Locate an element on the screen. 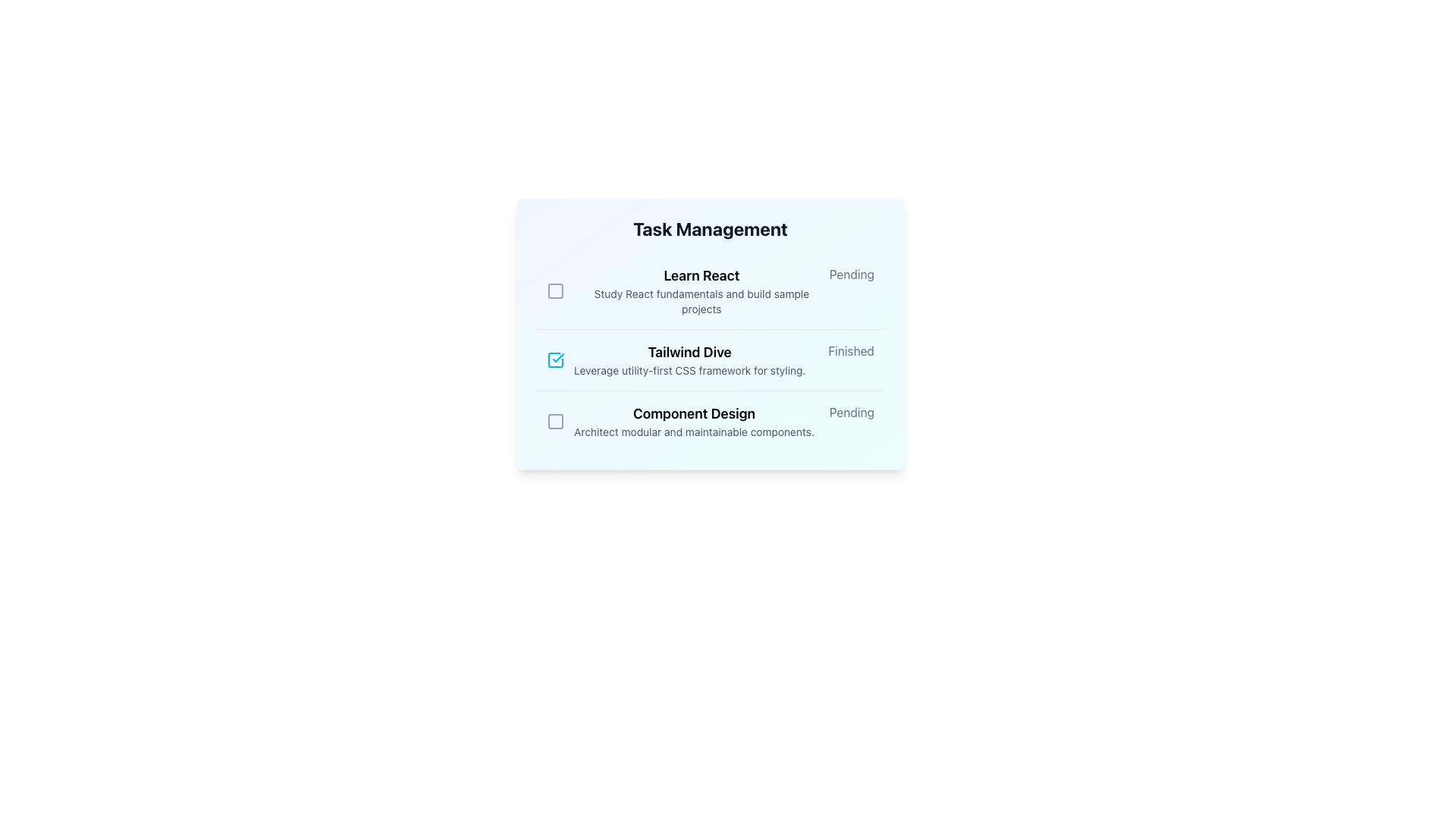  the checkbox indicator located to the left of the 'Learn React' task description is located at coordinates (554, 291).